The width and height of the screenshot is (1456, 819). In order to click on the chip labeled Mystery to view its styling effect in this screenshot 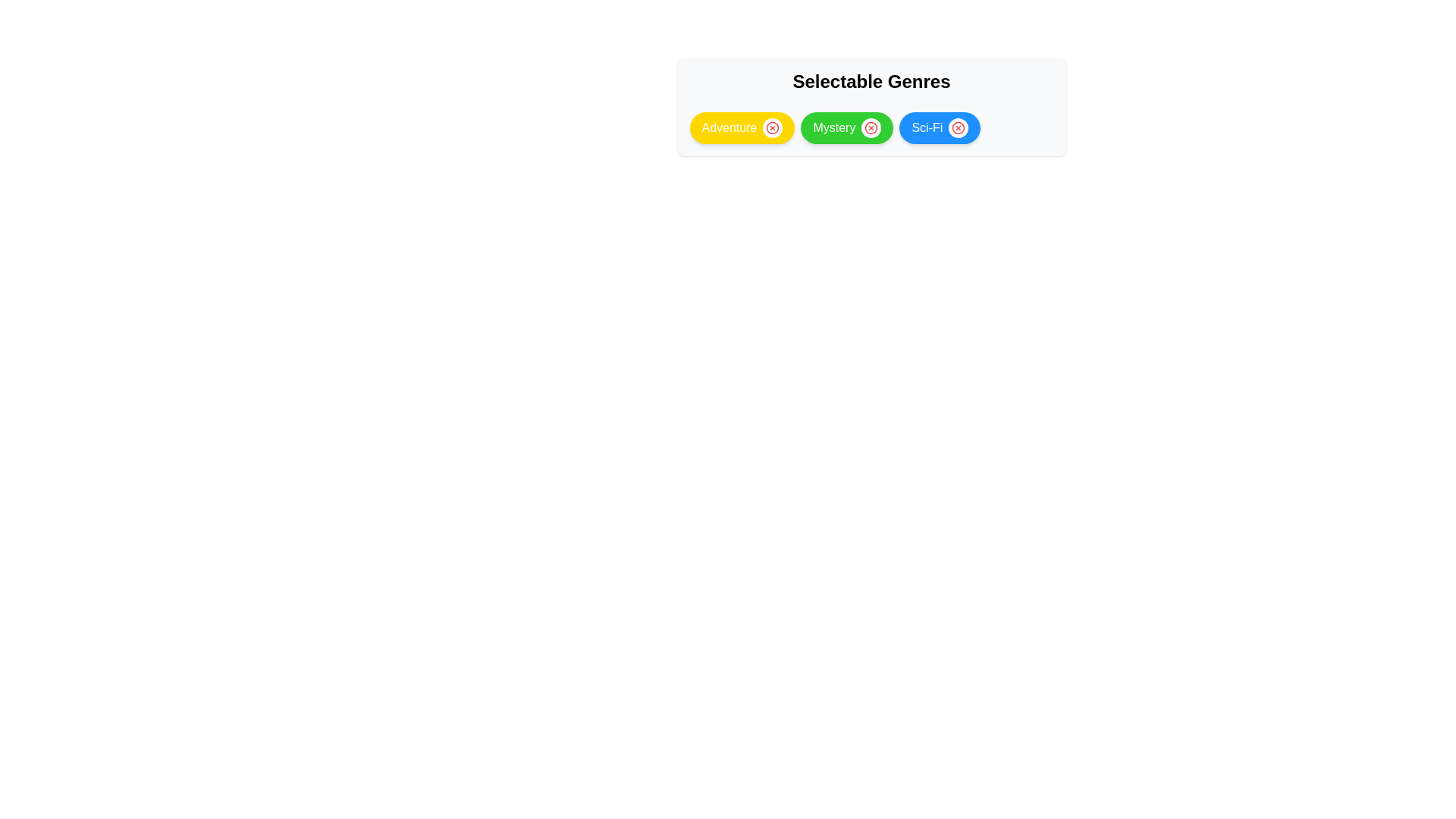, I will do `click(846, 127)`.